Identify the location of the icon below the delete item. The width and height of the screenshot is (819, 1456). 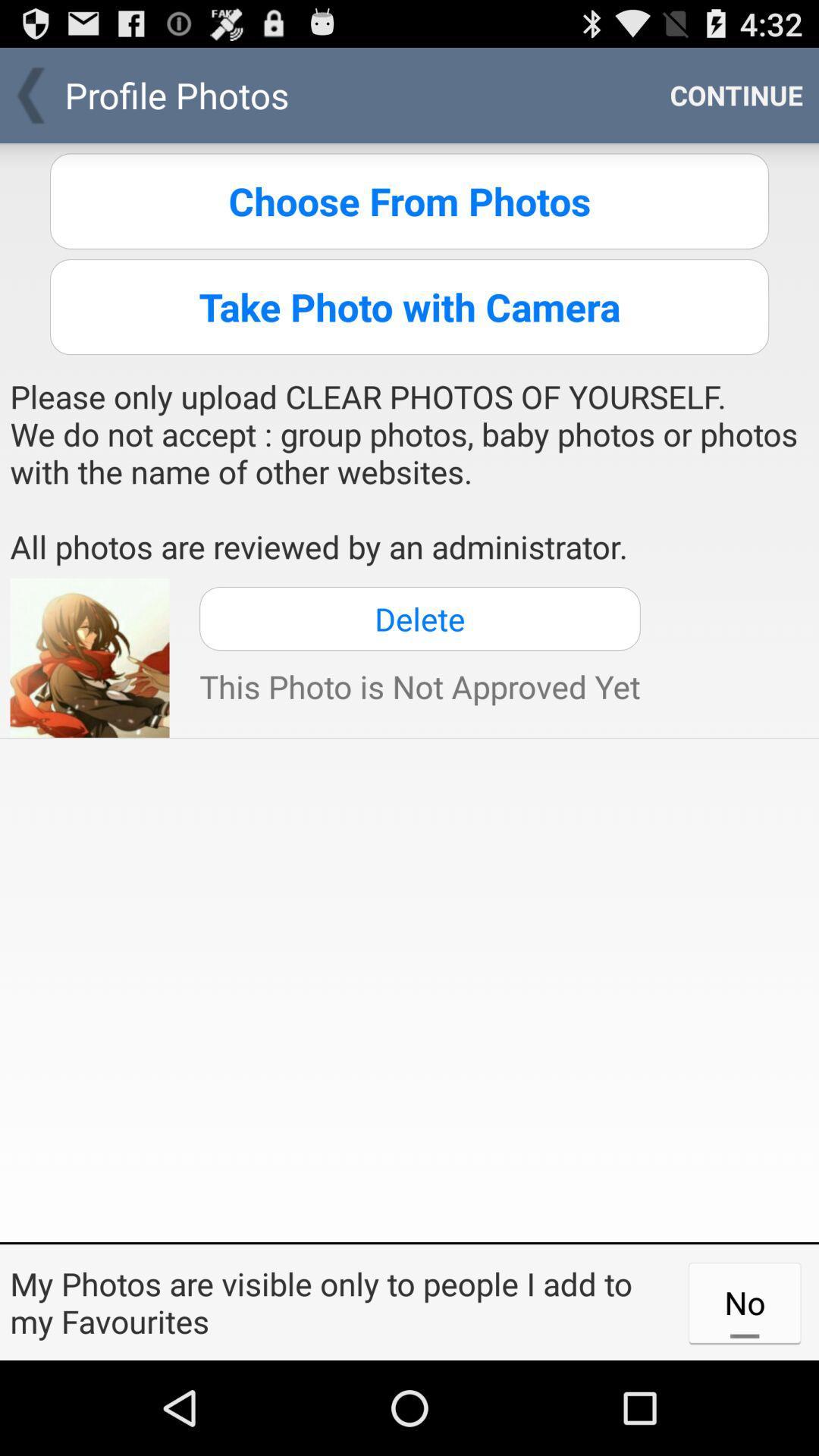
(419, 686).